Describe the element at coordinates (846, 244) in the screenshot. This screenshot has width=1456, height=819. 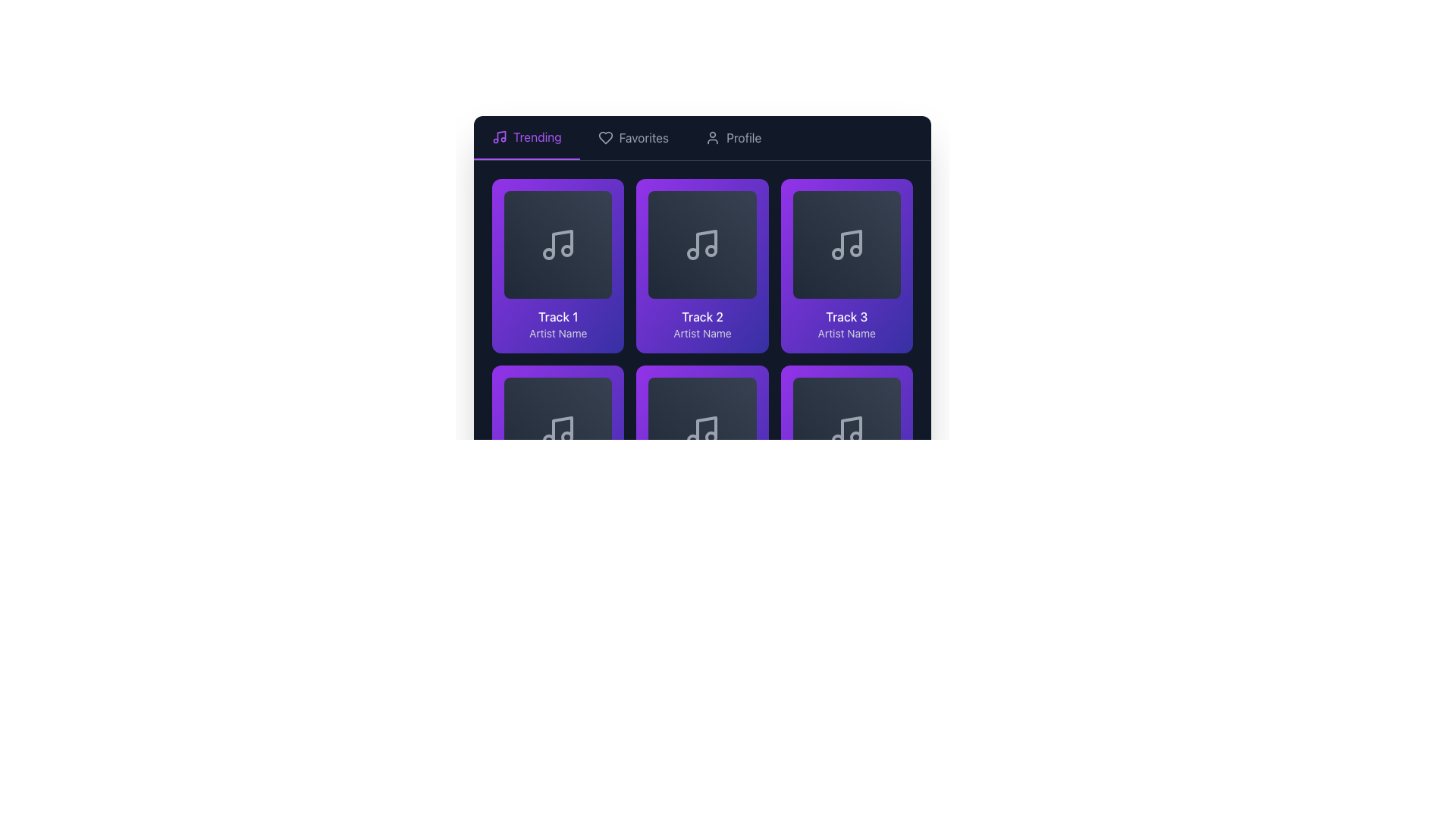
I see `the music icon located at the top center of the 'Track 3' card, which visually represents a track or music item` at that location.